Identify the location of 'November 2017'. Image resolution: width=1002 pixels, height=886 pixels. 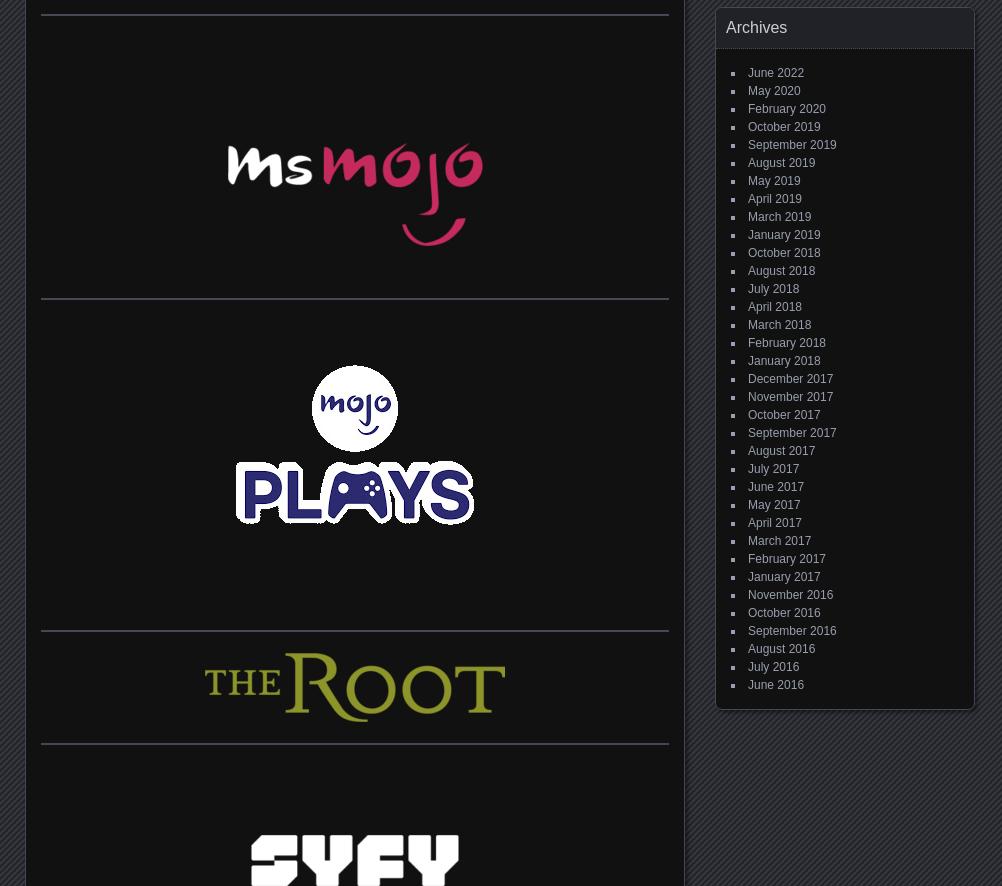
(789, 397).